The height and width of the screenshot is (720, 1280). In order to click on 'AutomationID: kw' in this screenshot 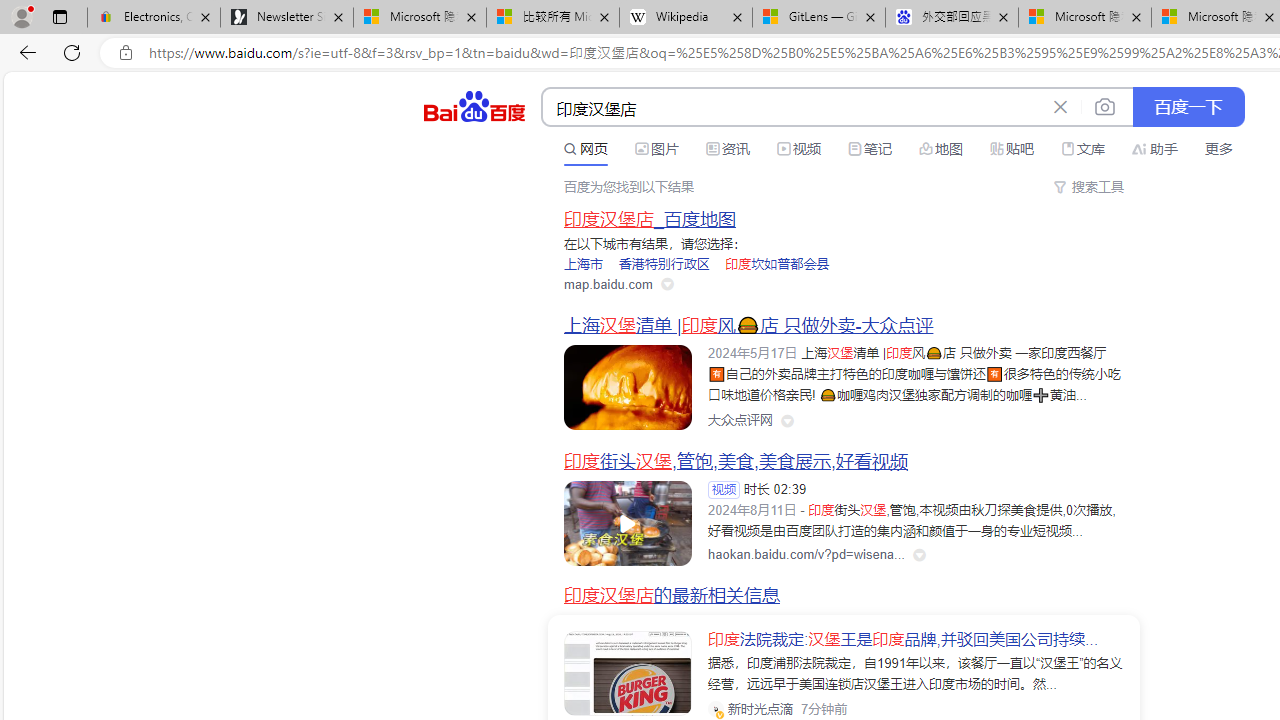, I will do `click(792, 108)`.